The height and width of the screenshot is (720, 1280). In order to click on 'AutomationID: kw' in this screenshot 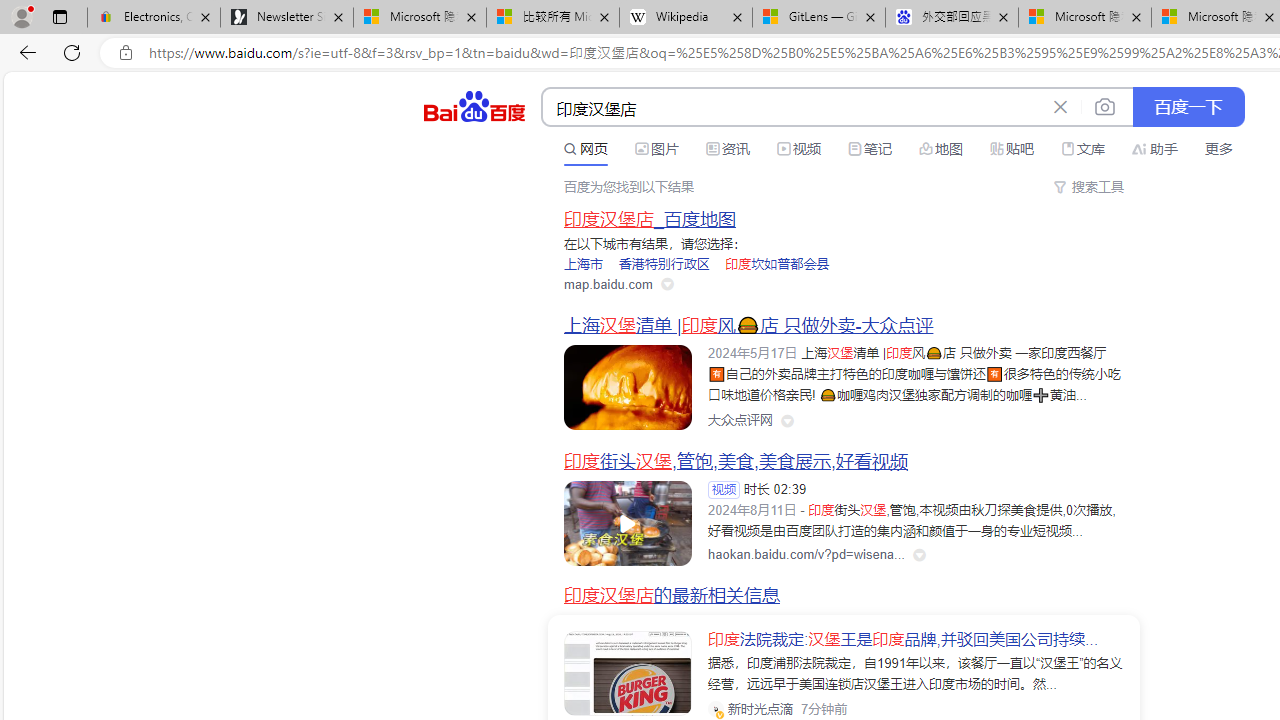, I will do `click(792, 108)`.